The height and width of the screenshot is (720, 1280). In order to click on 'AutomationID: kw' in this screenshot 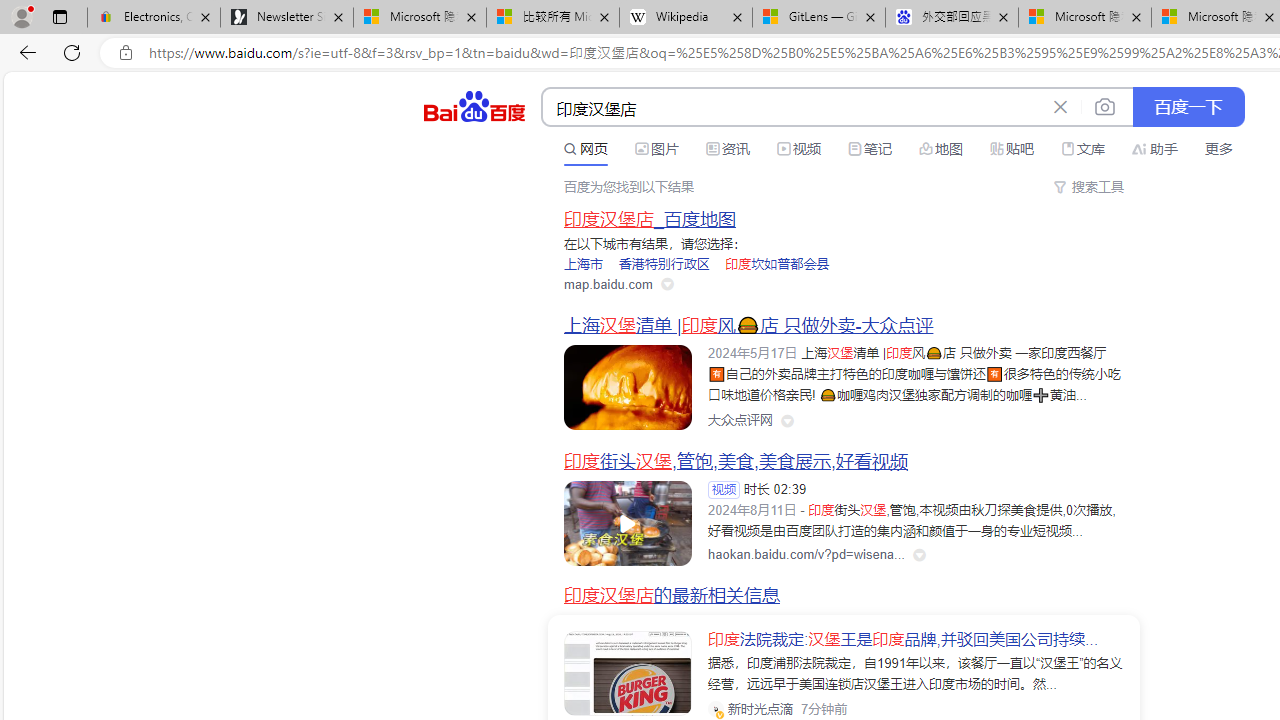, I will do `click(792, 108)`.